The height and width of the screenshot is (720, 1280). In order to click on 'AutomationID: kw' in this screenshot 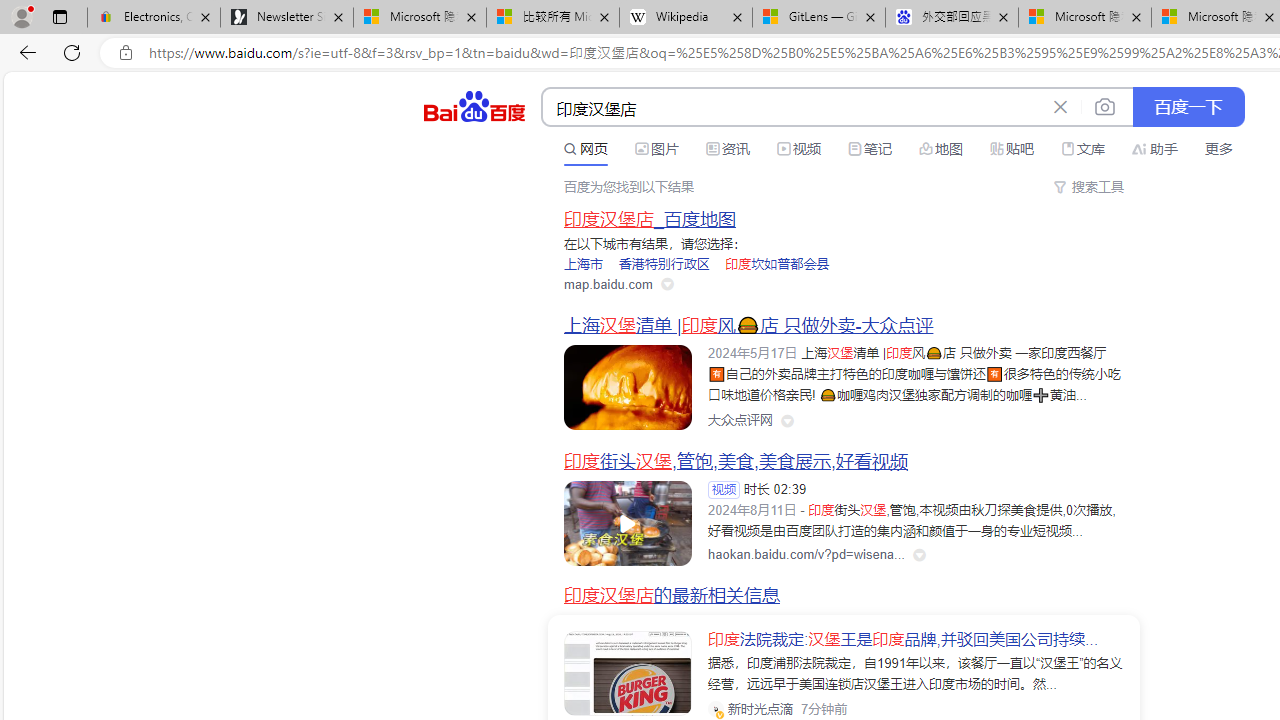, I will do `click(792, 108)`.